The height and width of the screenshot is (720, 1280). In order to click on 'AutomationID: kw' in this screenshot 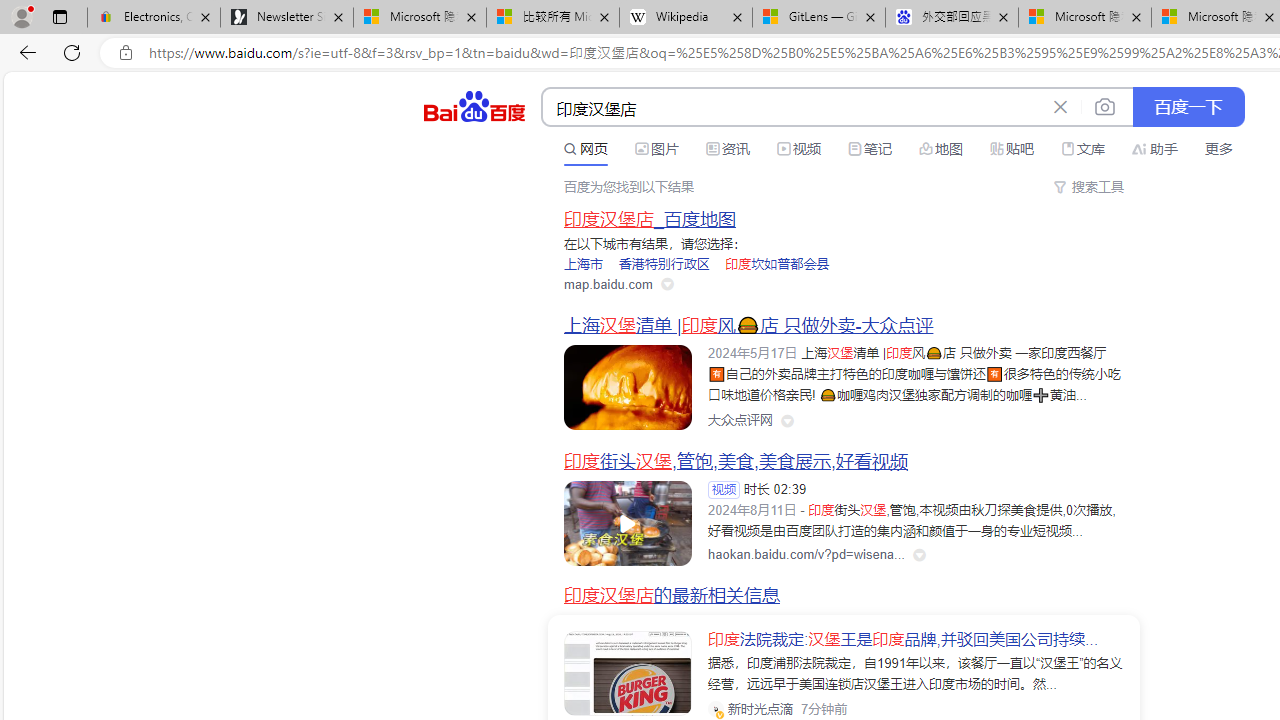, I will do `click(792, 108)`.